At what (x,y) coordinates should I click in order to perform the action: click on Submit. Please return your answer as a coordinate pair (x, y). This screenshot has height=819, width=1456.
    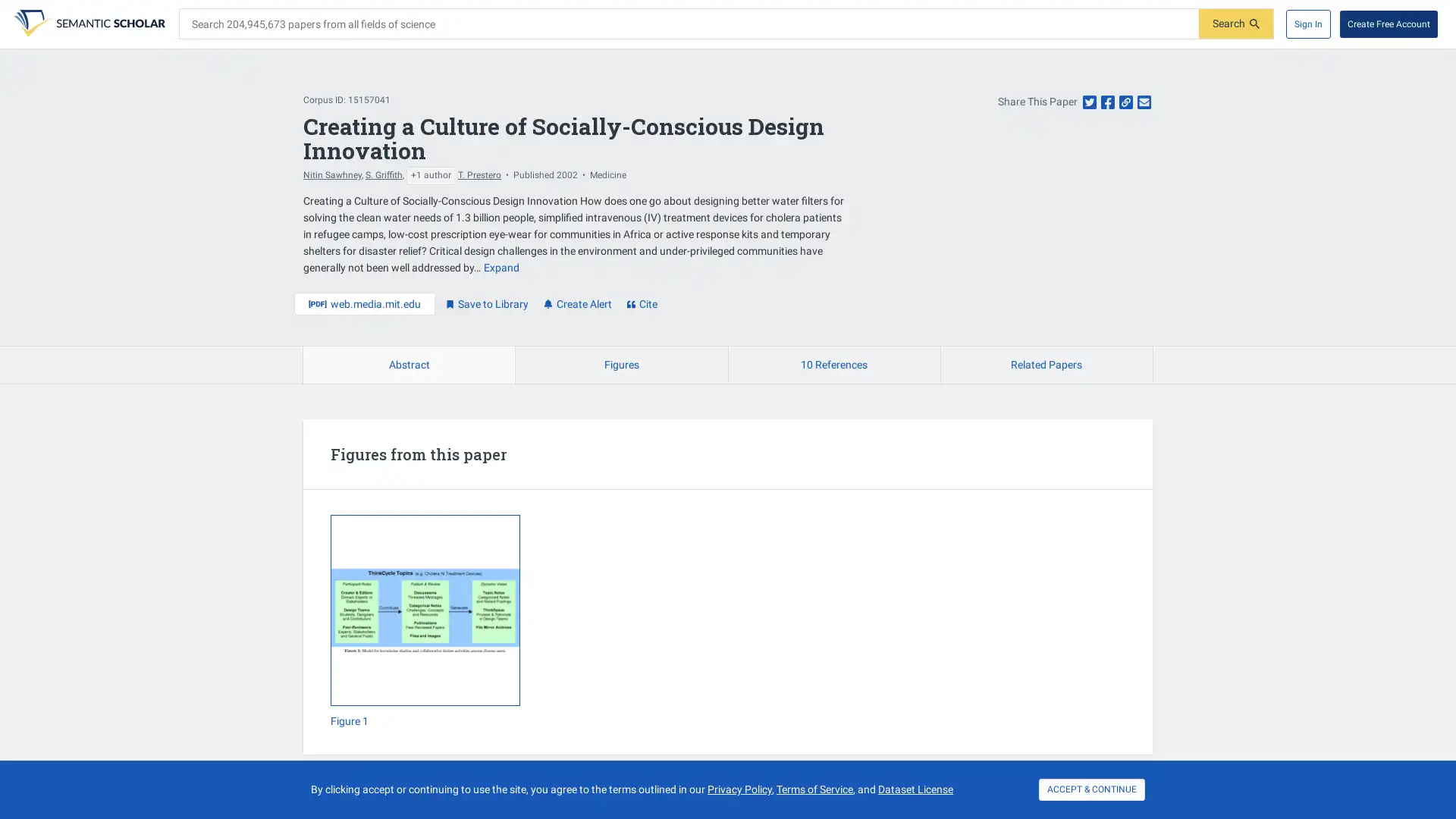
    Looking at the image, I should click on (1236, 24).